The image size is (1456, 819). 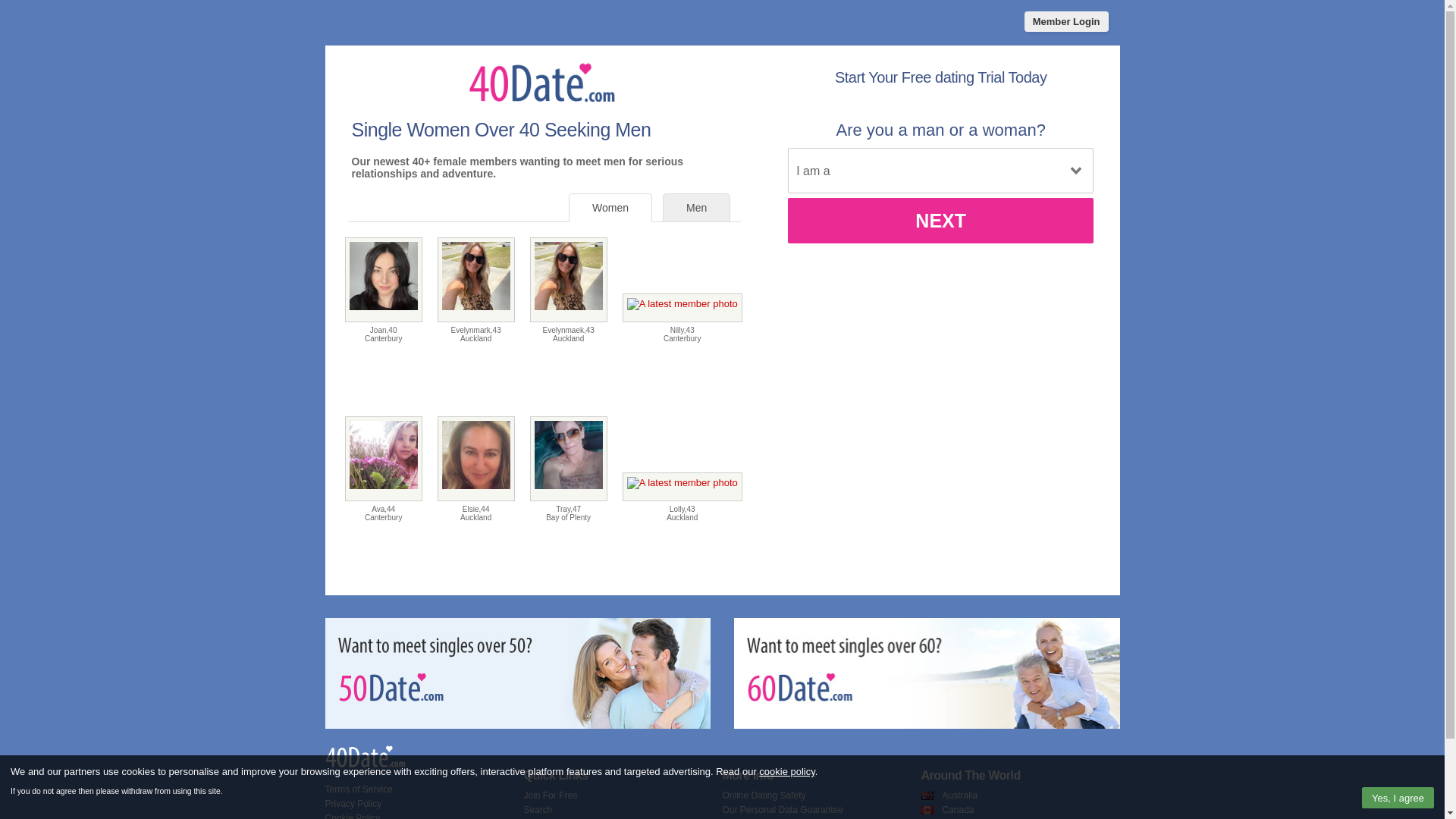 What do you see at coordinates (1065, 21) in the screenshot?
I see `'Member Login'` at bounding box center [1065, 21].